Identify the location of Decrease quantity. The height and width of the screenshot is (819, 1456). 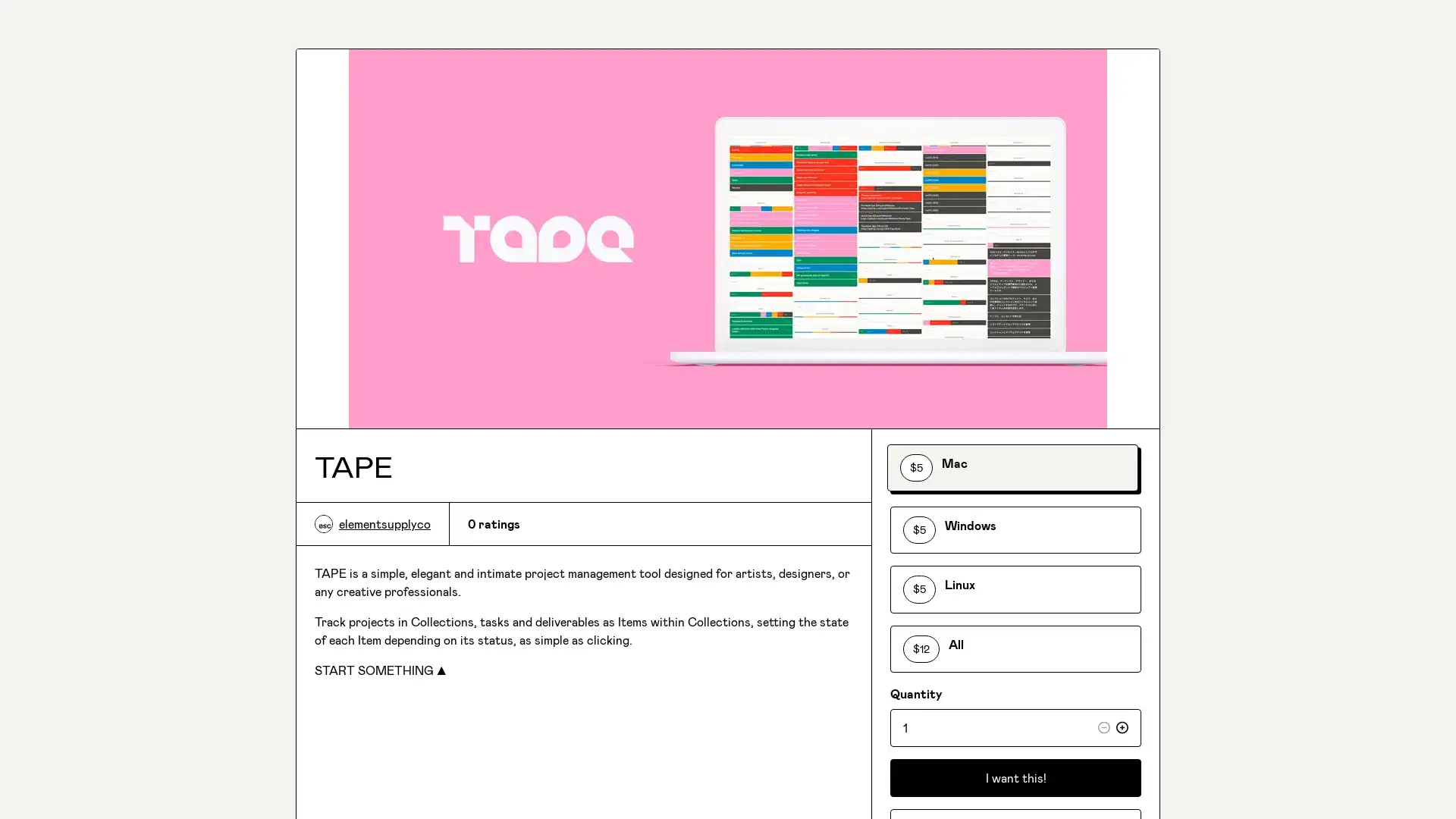
(1103, 726).